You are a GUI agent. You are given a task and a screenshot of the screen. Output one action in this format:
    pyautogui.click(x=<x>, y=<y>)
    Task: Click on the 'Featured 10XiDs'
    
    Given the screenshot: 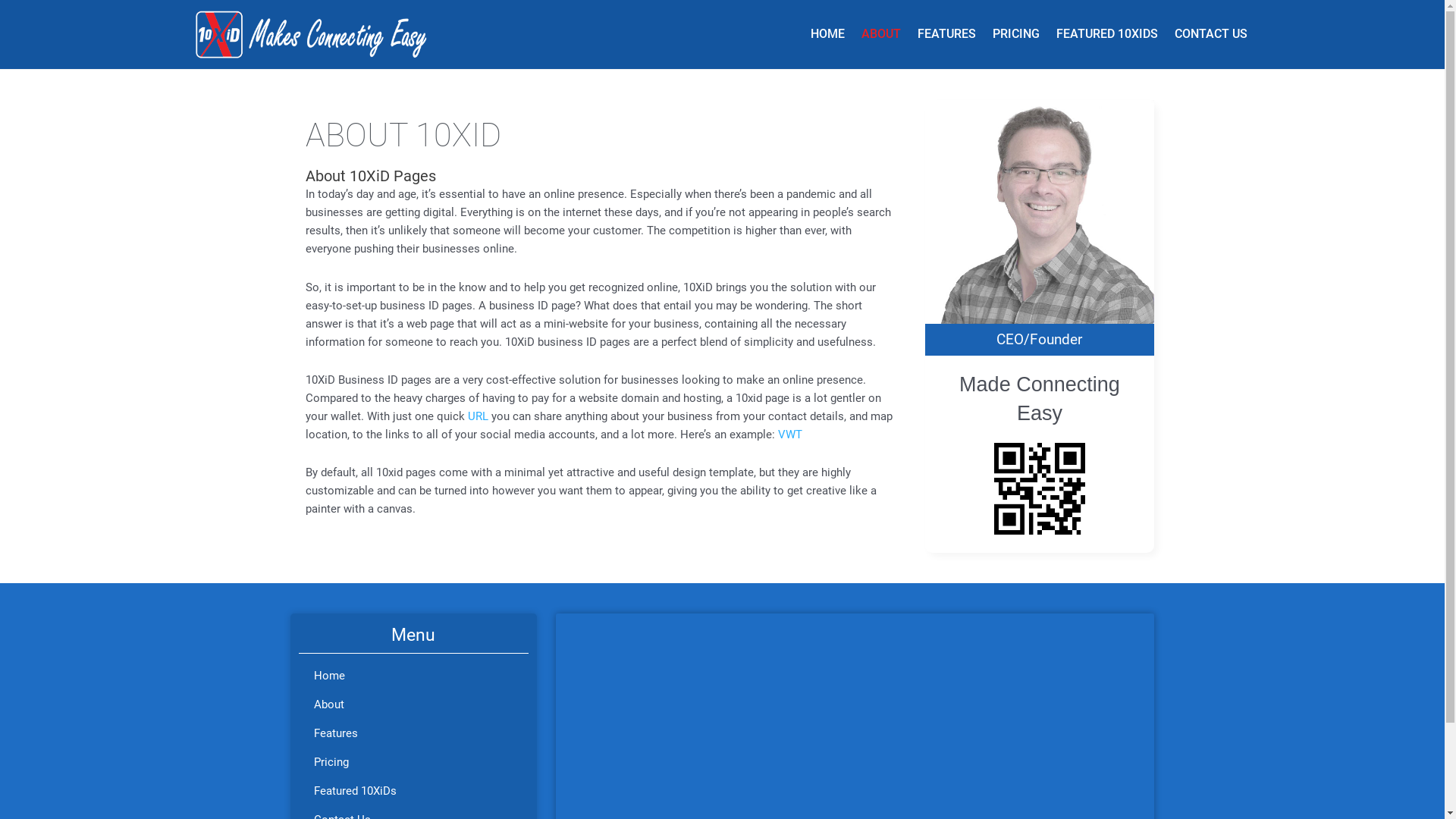 What is the action you would take?
    pyautogui.click(x=414, y=789)
    